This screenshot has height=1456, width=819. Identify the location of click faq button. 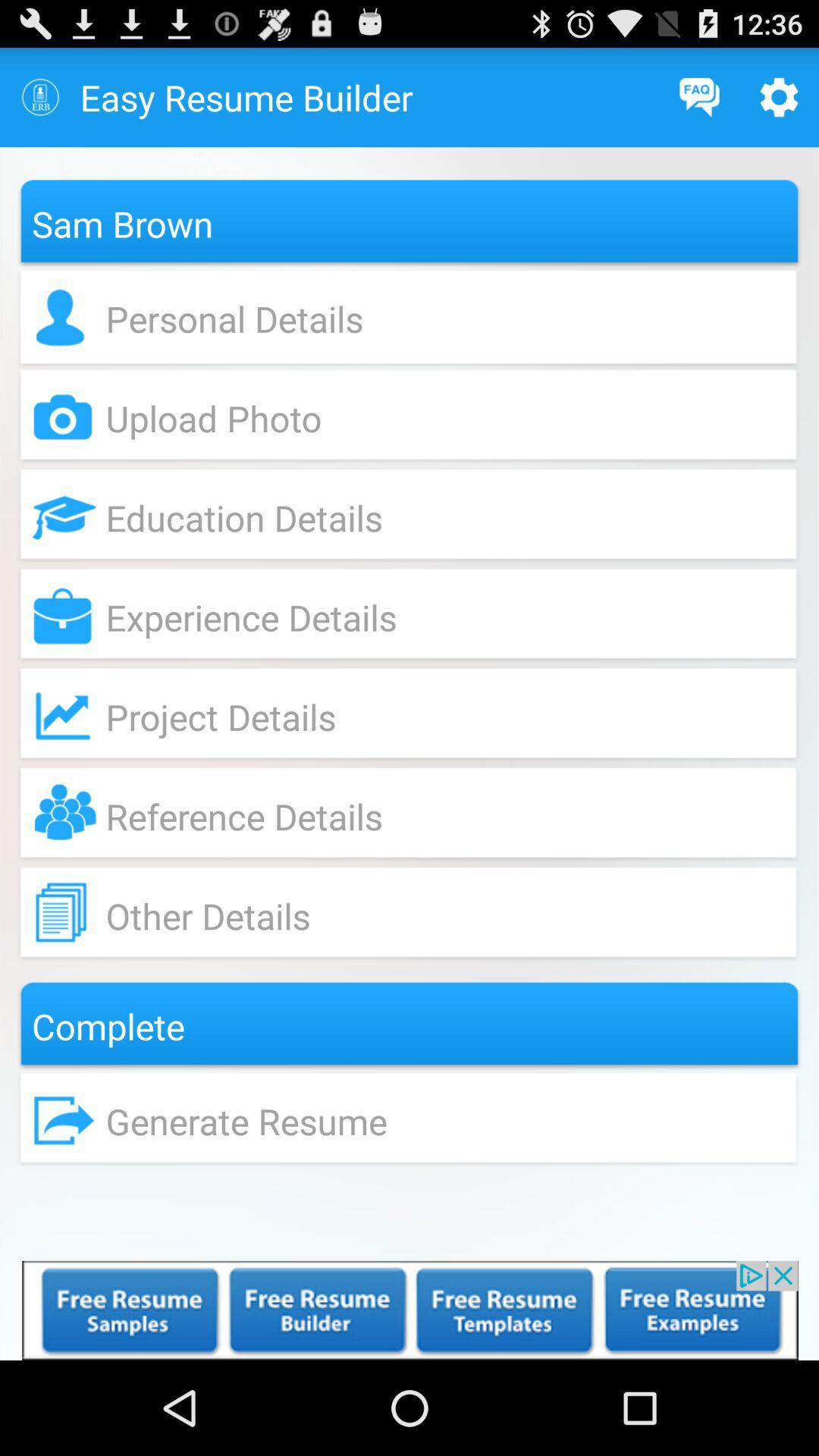
(699, 96).